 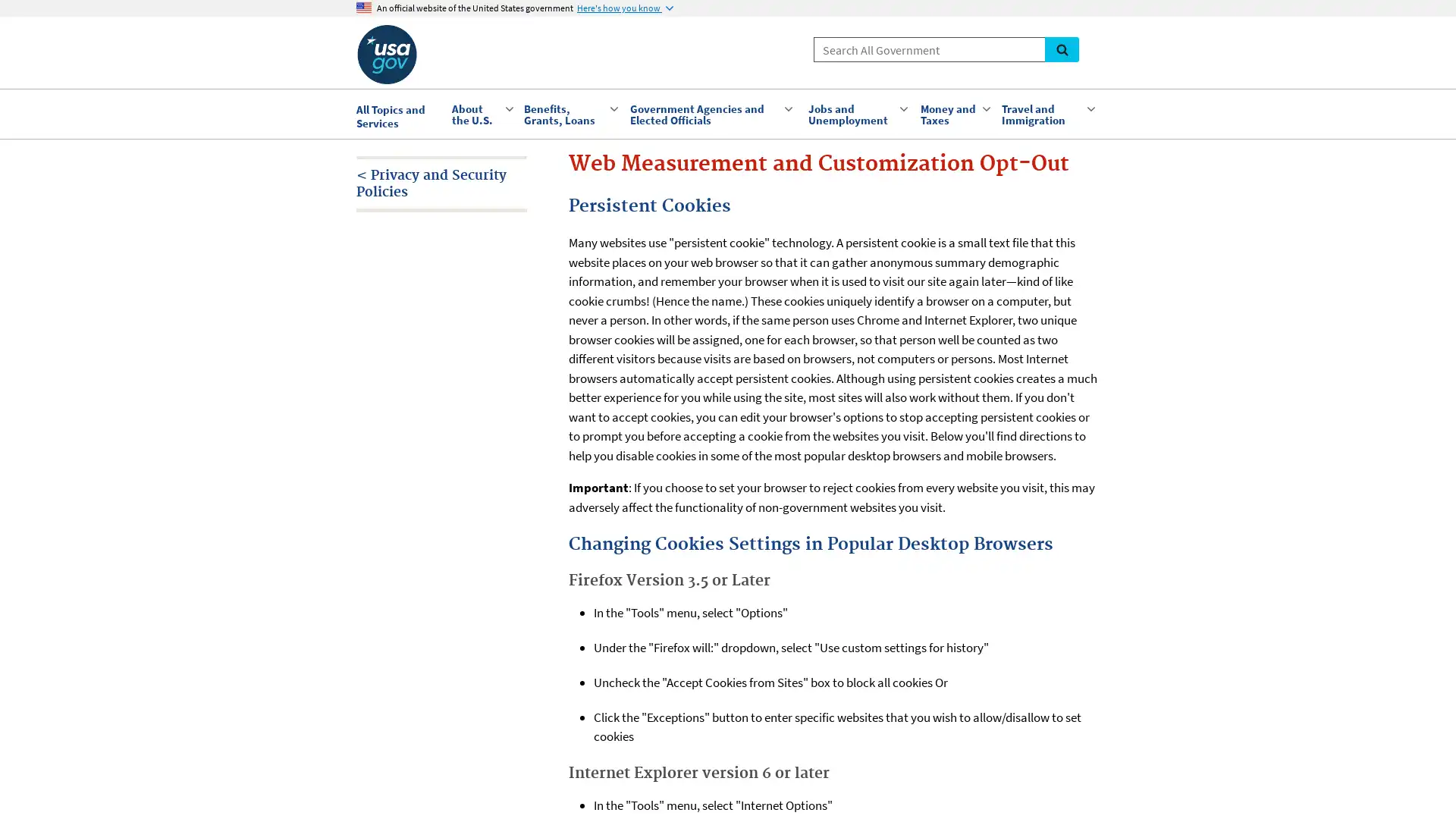 What do you see at coordinates (952, 113) in the screenshot?
I see `Money and Taxes` at bounding box center [952, 113].